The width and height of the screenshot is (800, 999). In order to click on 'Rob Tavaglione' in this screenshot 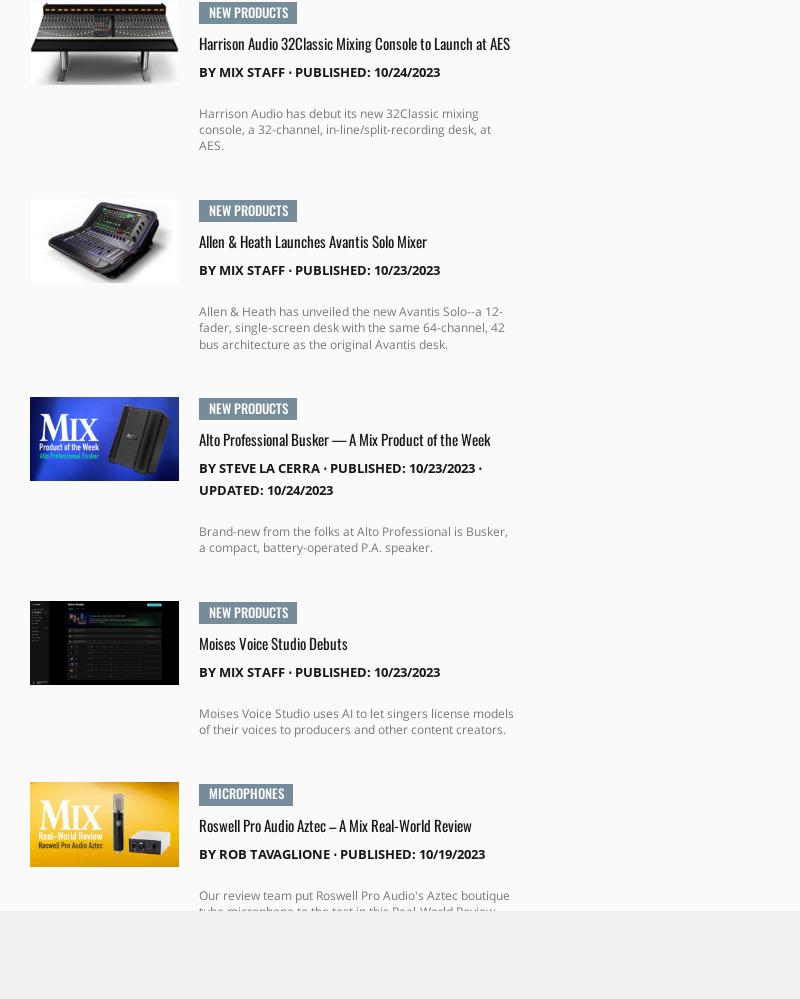, I will do `click(273, 852)`.